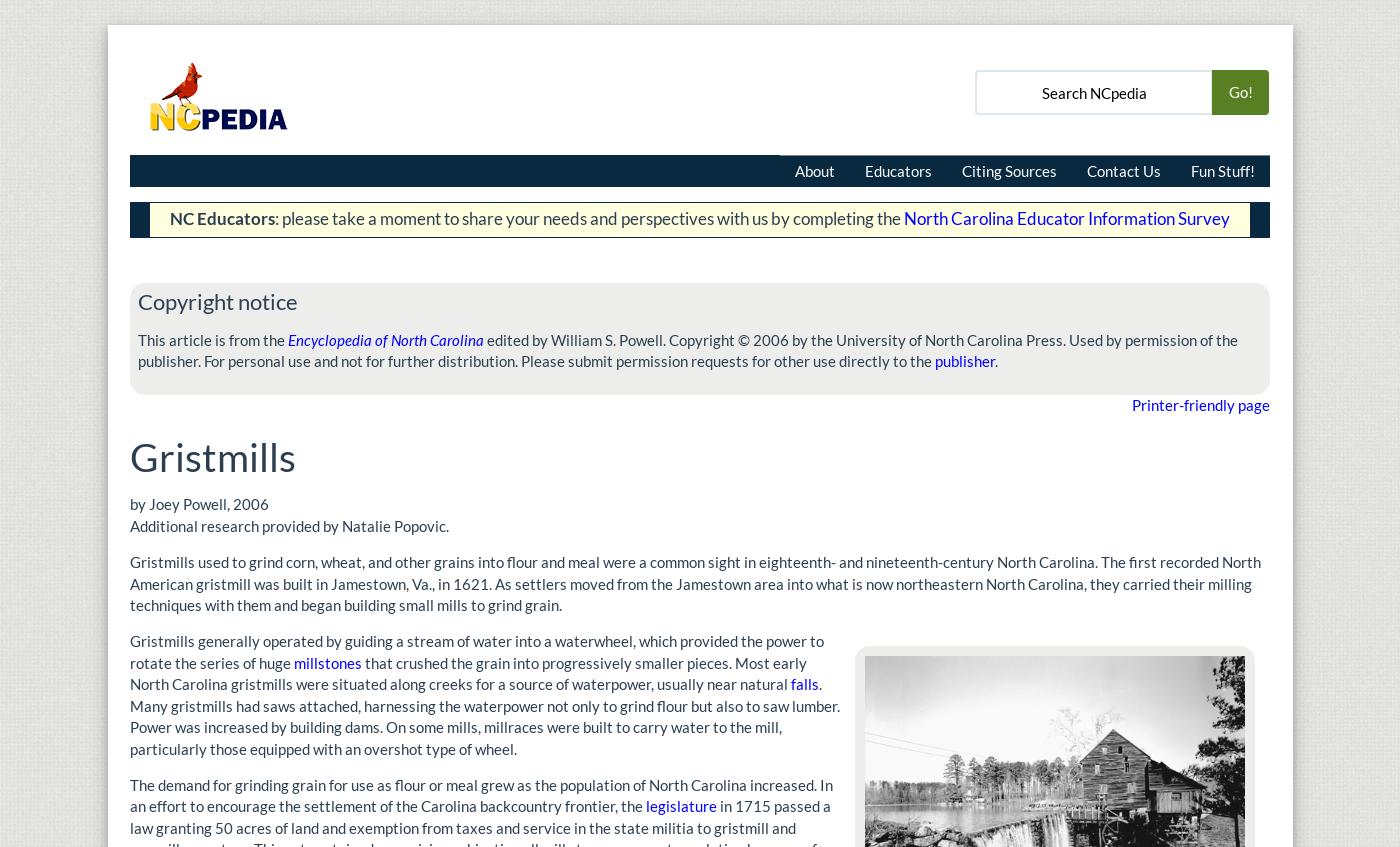 The width and height of the screenshot is (1400, 847). What do you see at coordinates (964, 360) in the screenshot?
I see `'publisher'` at bounding box center [964, 360].